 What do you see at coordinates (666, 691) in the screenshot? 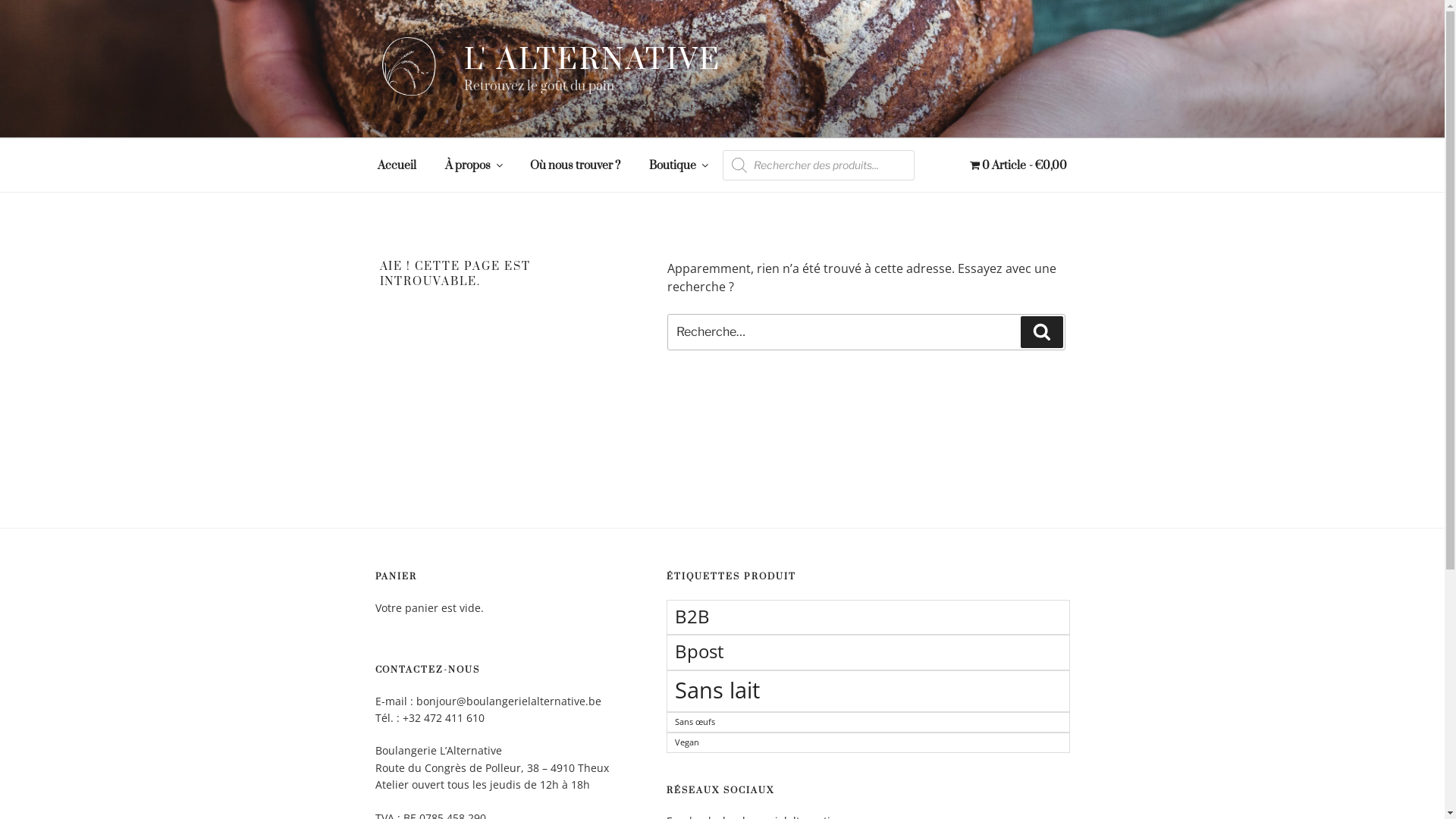
I see `'Sans lait'` at bounding box center [666, 691].